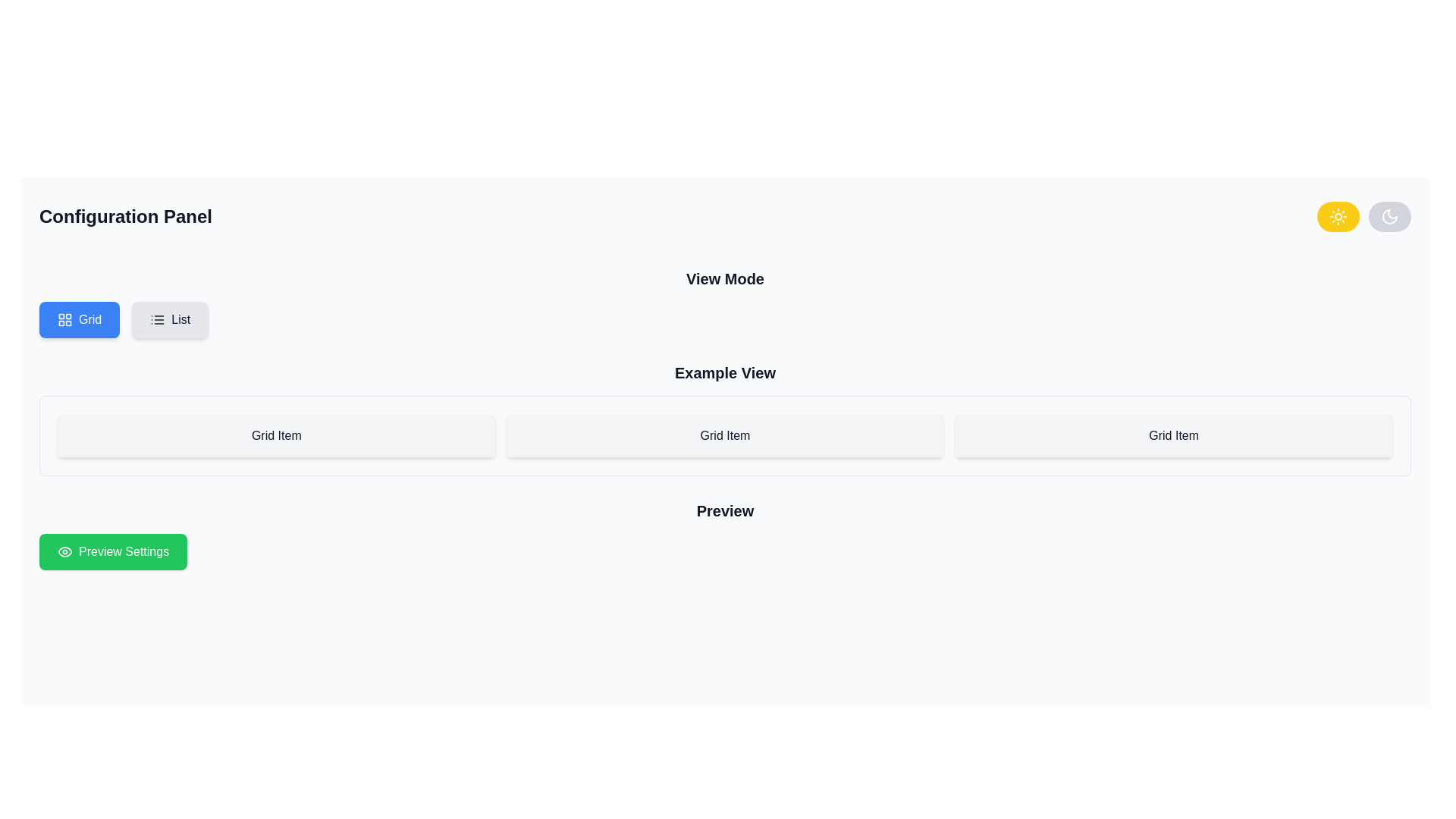  Describe the element at coordinates (79, 318) in the screenshot. I see `the blue 'Grid' button with rounded corners and white text` at that location.